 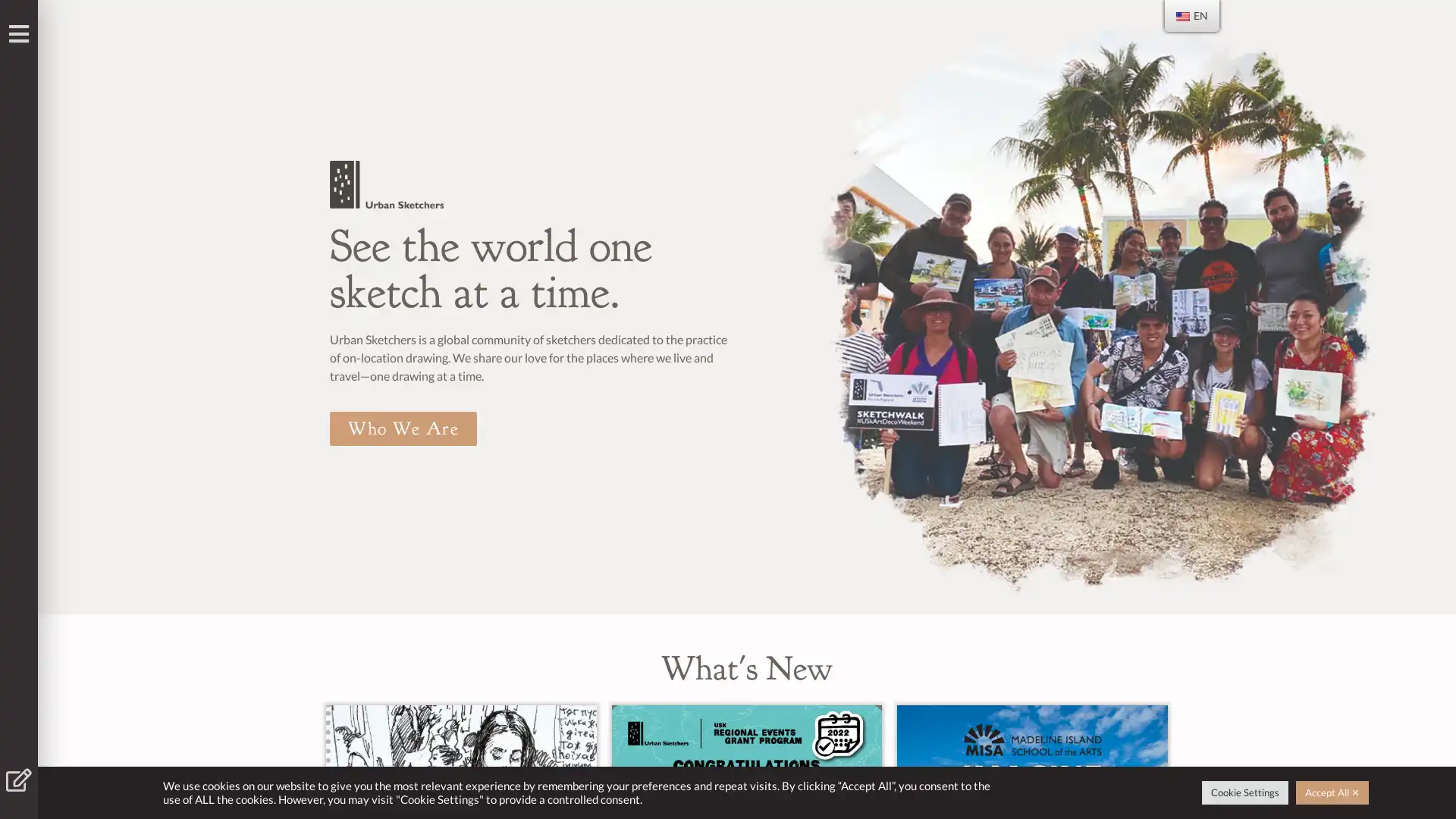 I want to click on Accept All, so click(x=1331, y=792).